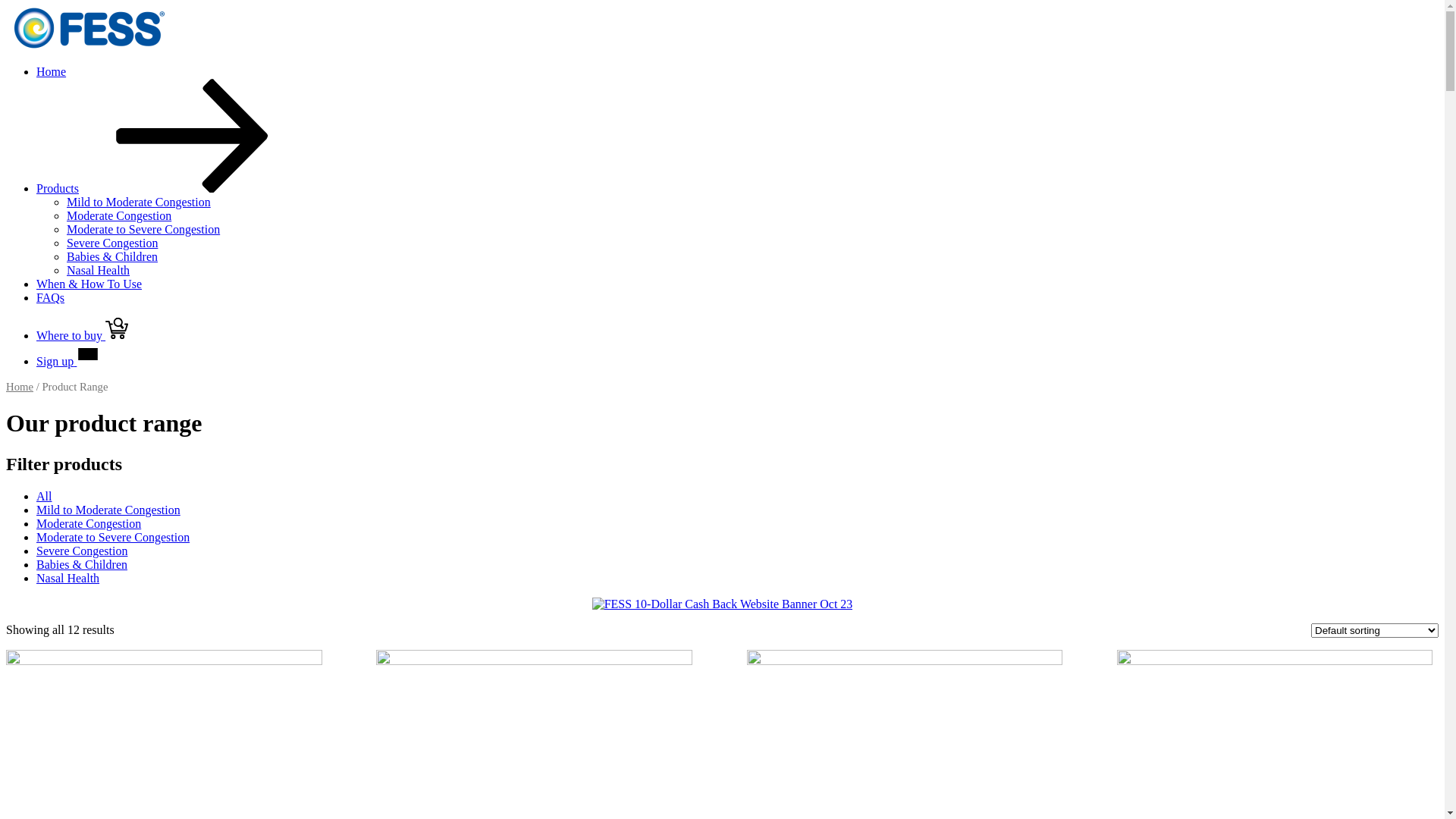  Describe the element at coordinates (111, 256) in the screenshot. I see `'Babies & Children'` at that location.